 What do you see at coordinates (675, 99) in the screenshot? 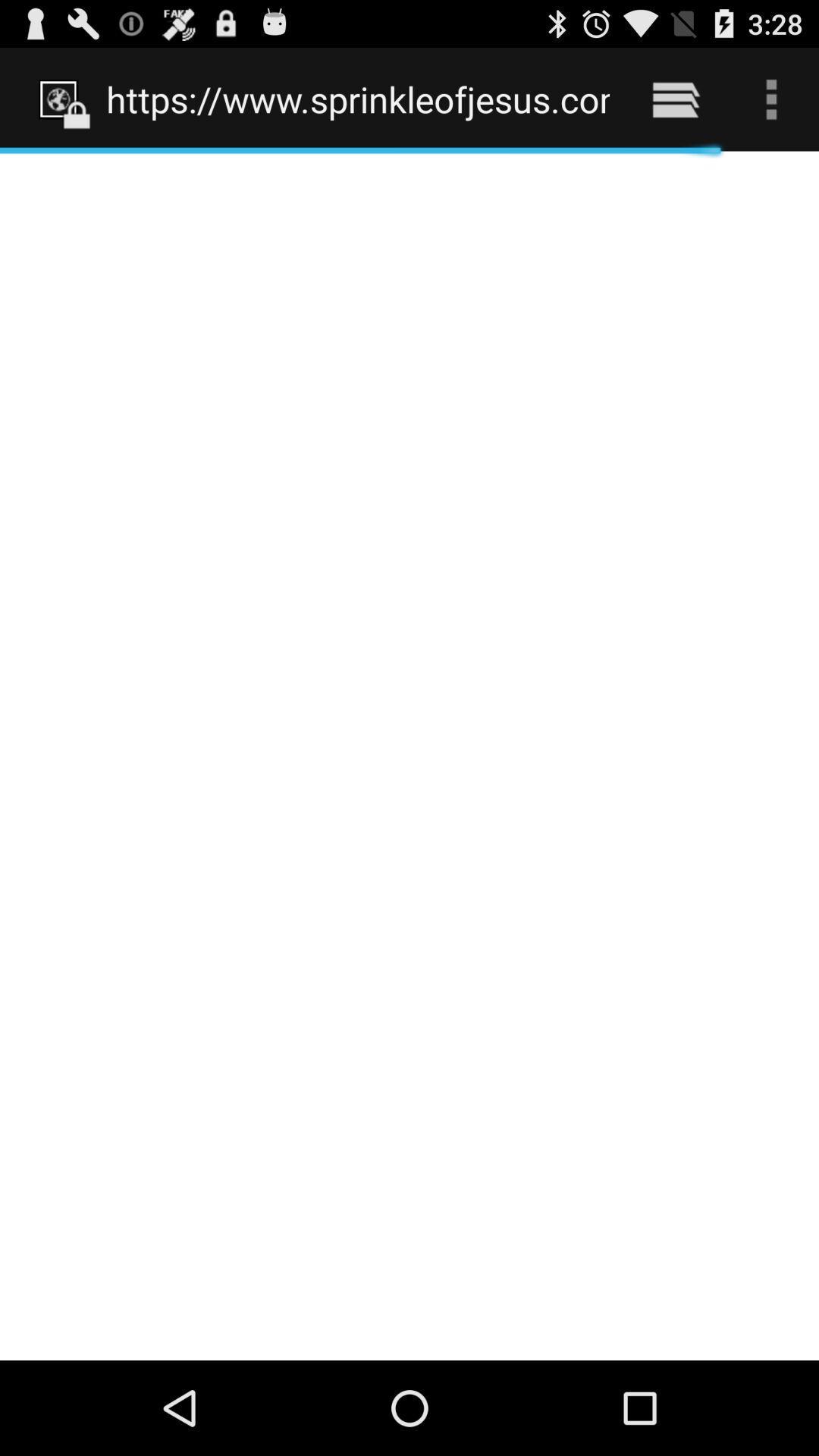
I see `the icon to the right of https www sprinkleofjesus icon` at bounding box center [675, 99].